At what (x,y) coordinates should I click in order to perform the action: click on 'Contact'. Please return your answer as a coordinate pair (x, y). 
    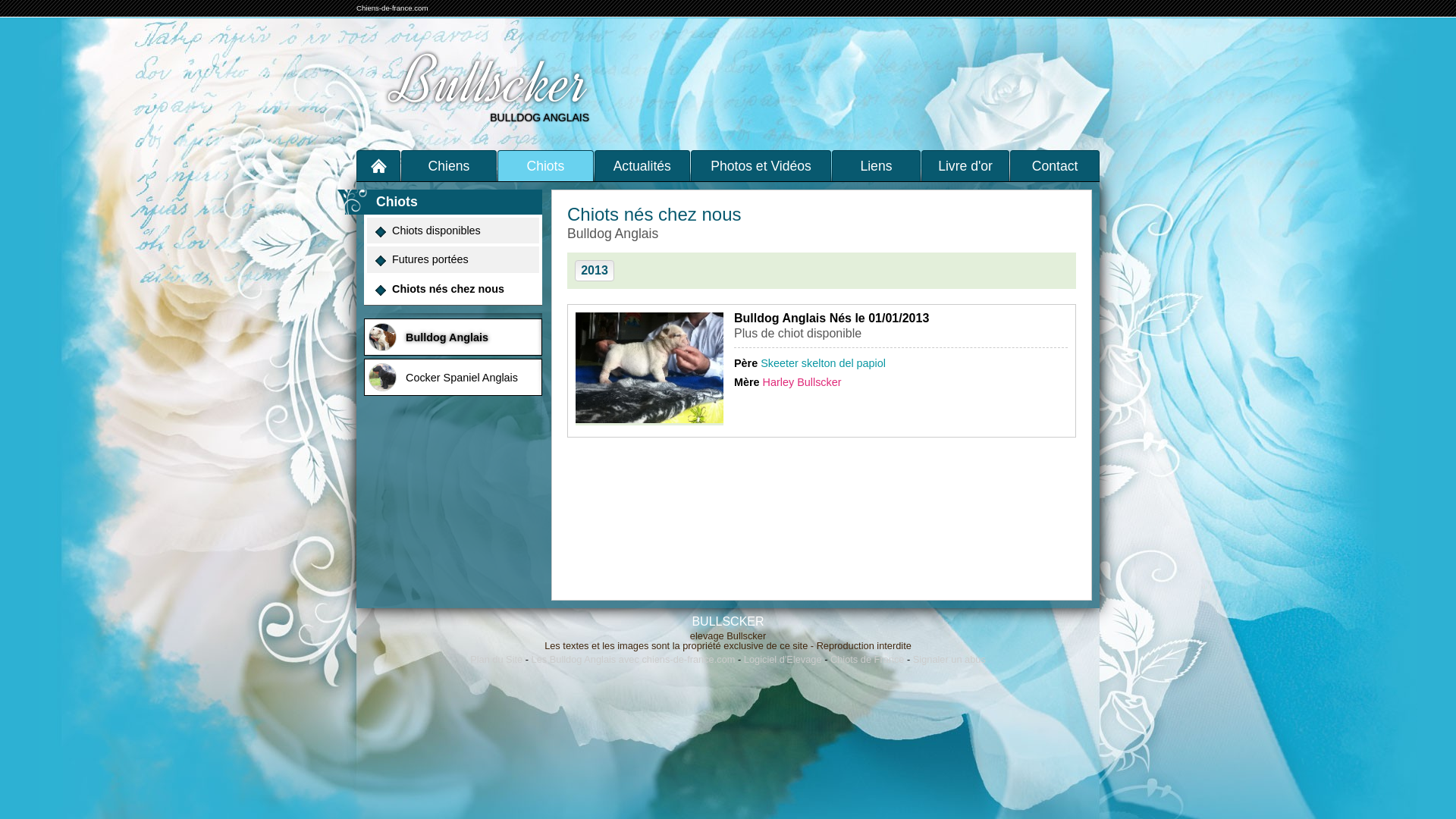
    Looking at the image, I should click on (1054, 165).